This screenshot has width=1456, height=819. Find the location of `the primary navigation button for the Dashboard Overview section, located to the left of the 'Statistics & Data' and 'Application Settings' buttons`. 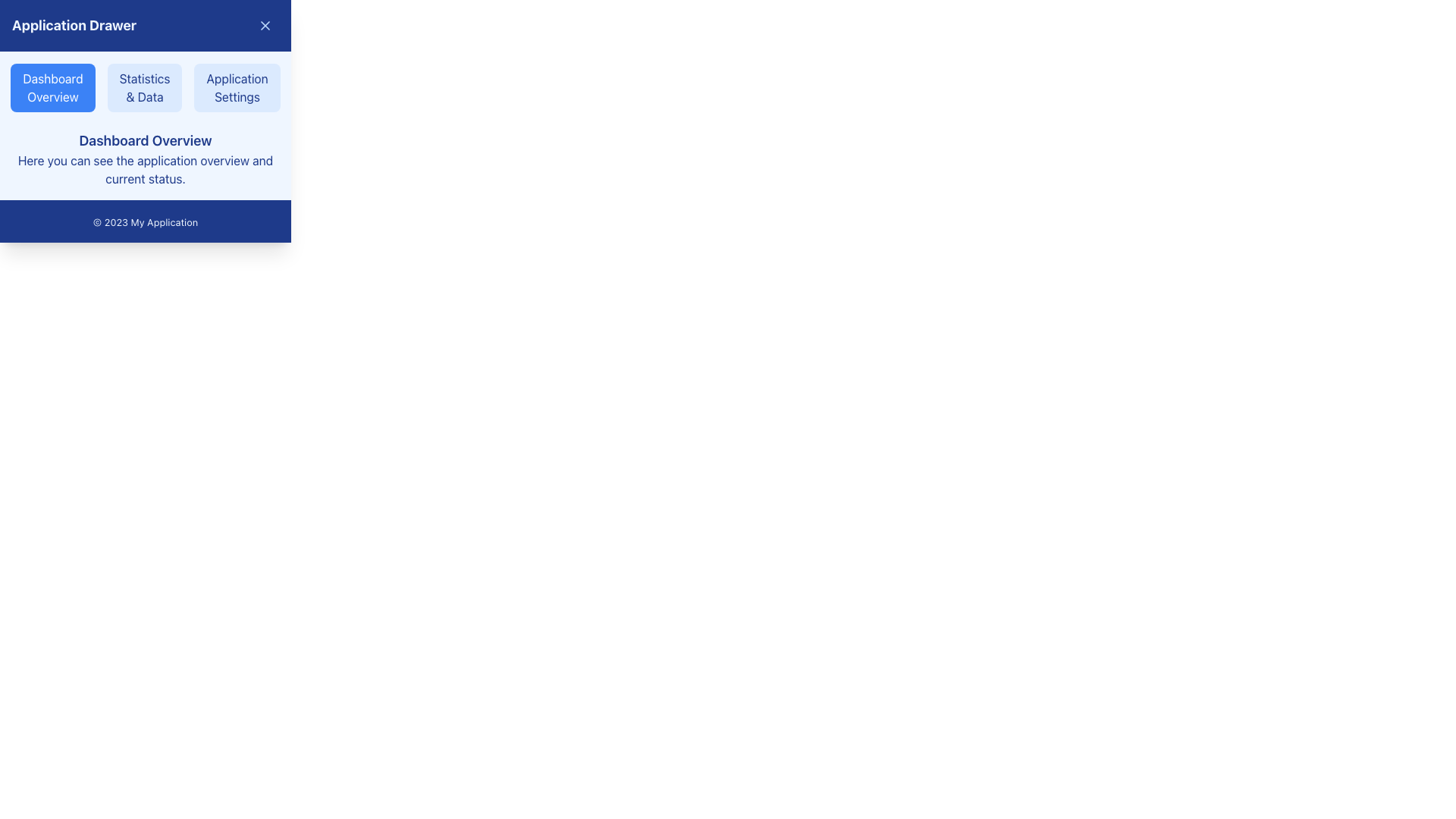

the primary navigation button for the Dashboard Overview section, located to the left of the 'Statistics & Data' and 'Application Settings' buttons is located at coordinates (52, 87).